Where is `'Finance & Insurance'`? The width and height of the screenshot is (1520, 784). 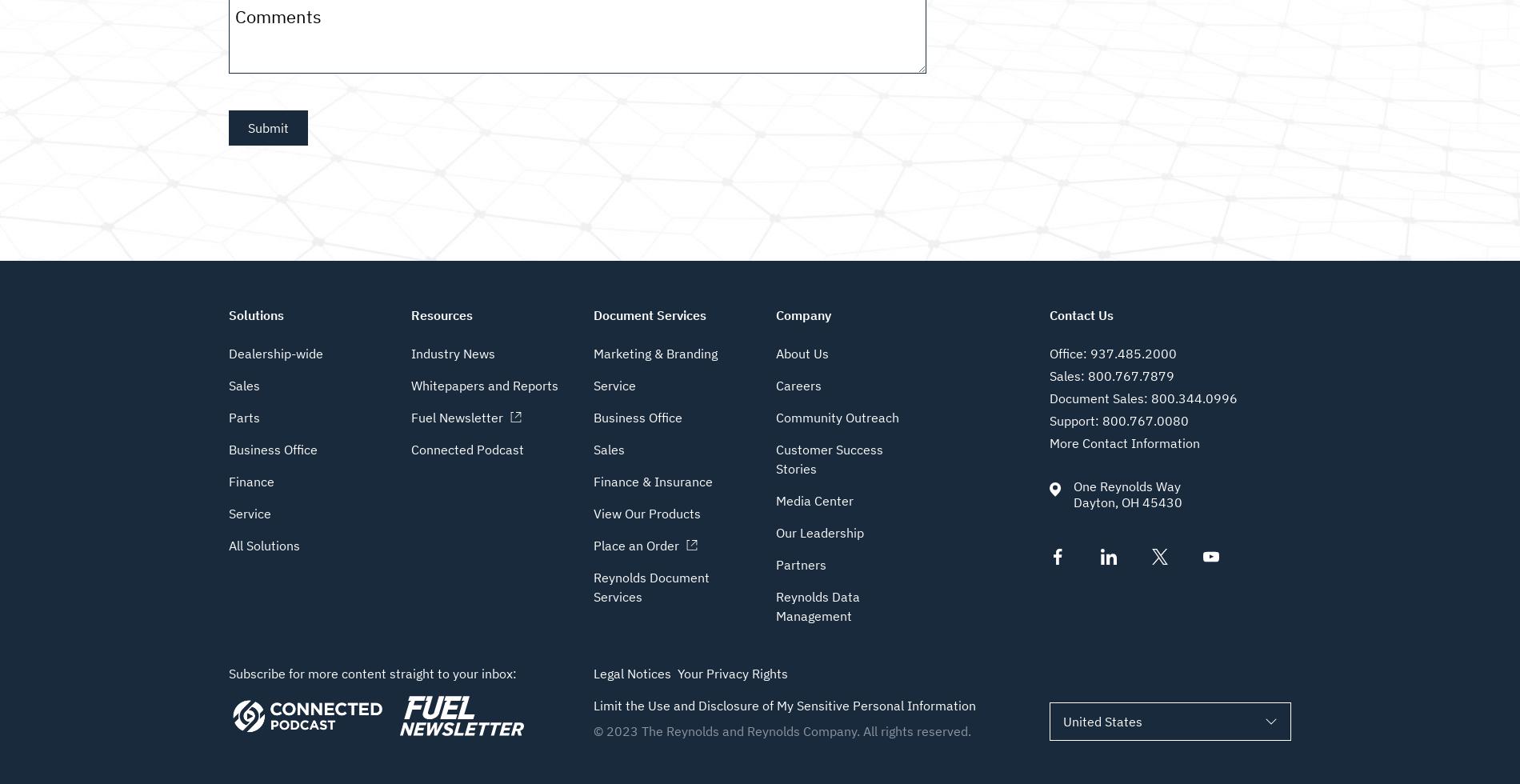
'Finance & Insurance' is located at coordinates (652, 482).